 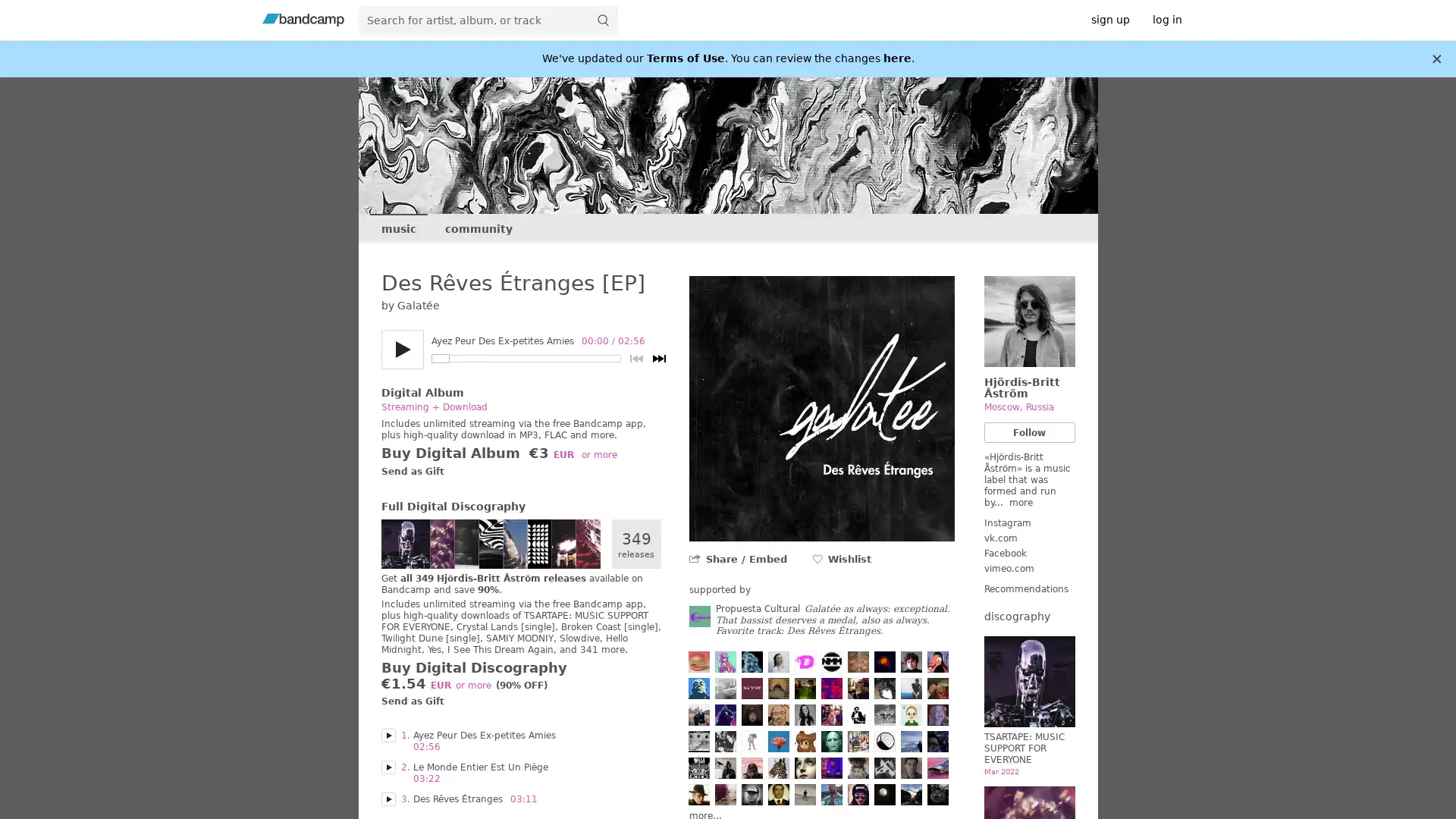 I want to click on Send as Gift, so click(x=412, y=701).